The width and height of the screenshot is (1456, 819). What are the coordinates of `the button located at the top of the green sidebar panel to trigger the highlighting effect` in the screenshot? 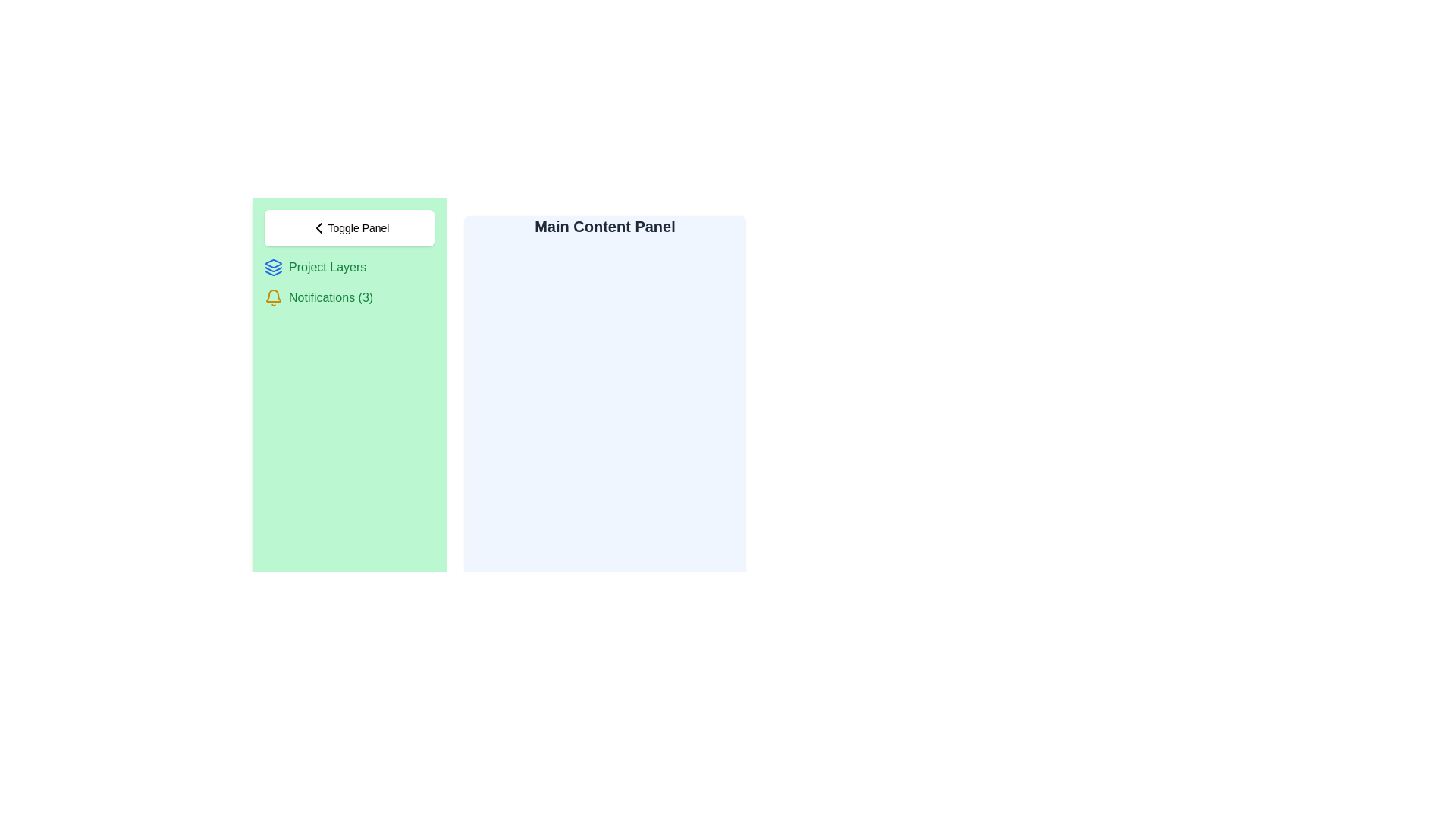 It's located at (348, 227).